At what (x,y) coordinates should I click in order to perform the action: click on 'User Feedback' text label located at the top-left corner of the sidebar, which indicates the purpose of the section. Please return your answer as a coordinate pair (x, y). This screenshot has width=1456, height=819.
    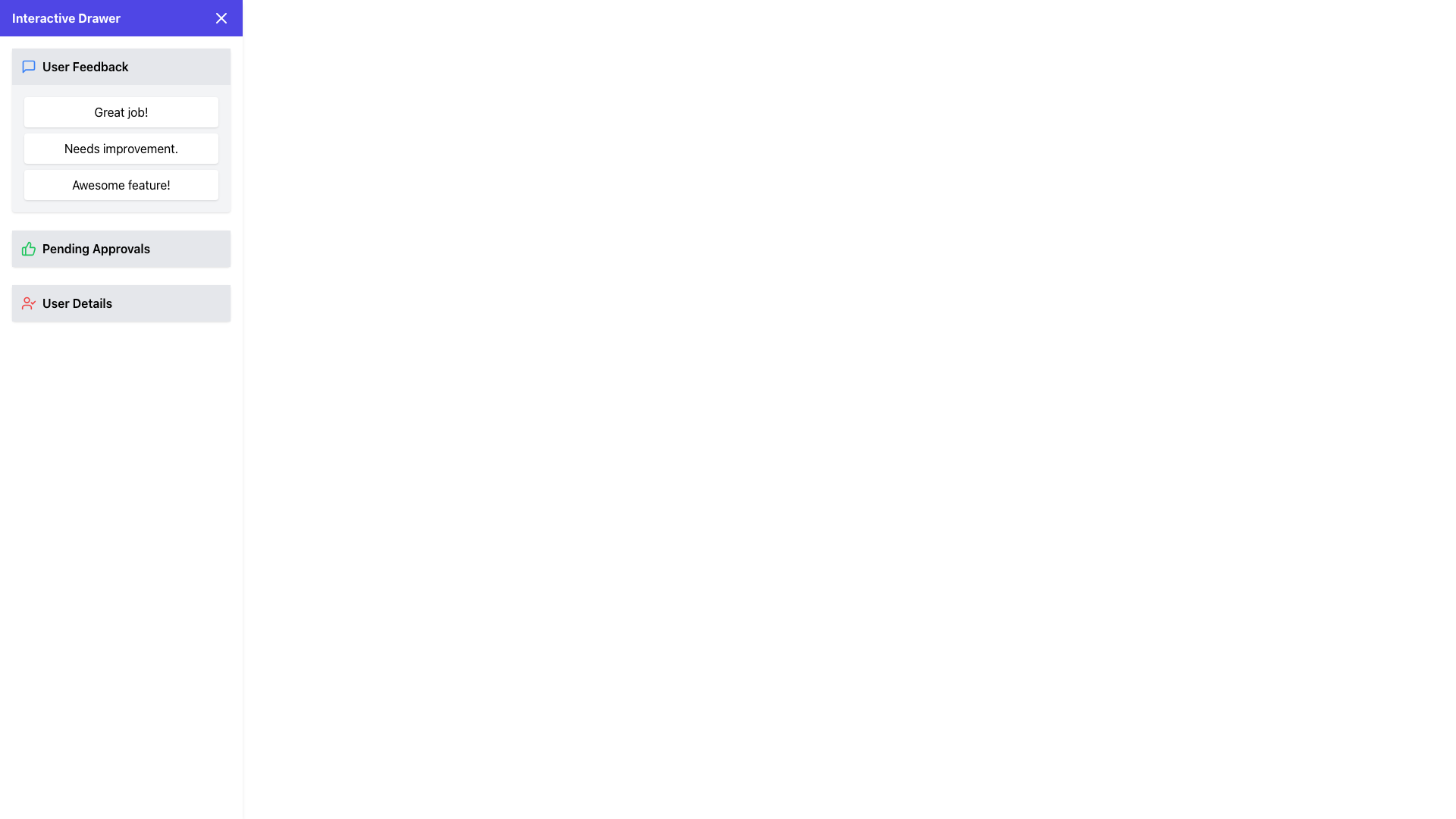
    Looking at the image, I should click on (84, 66).